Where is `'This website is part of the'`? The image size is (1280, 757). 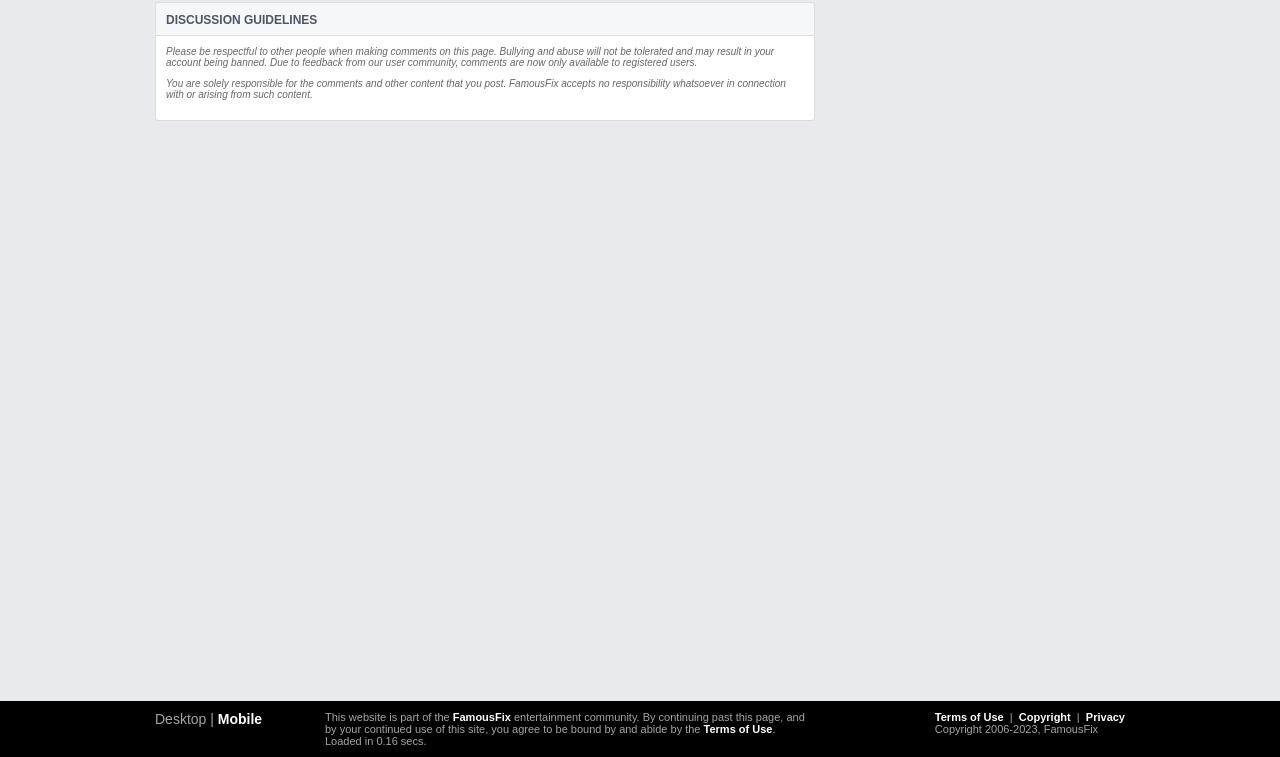 'This website is part of the' is located at coordinates (388, 717).